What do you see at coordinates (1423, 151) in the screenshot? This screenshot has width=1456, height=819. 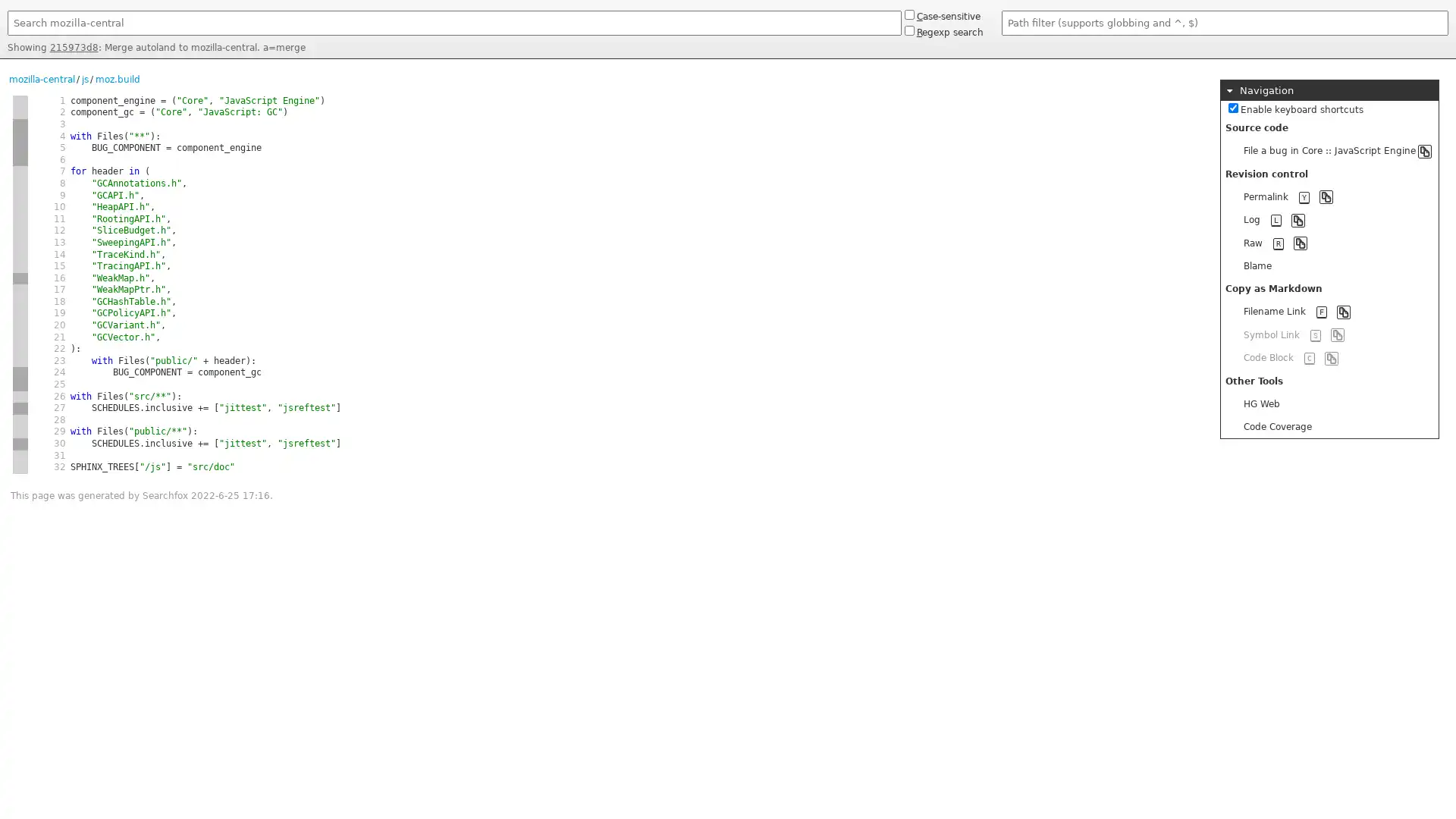 I see `Copy to clipboard` at bounding box center [1423, 151].